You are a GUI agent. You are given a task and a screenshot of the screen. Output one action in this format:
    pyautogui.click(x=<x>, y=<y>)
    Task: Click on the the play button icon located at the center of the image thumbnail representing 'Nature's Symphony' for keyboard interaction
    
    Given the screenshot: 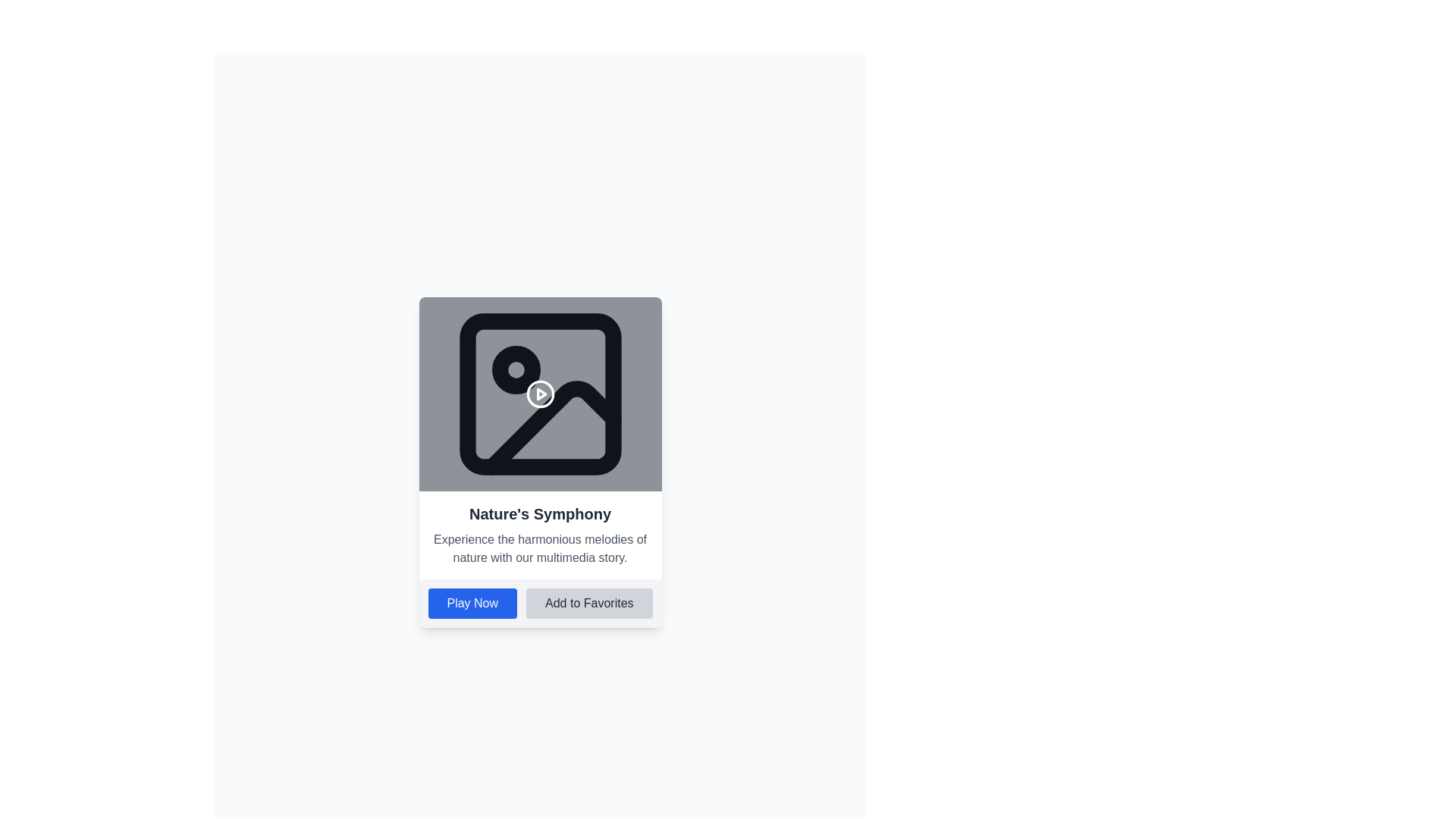 What is the action you would take?
    pyautogui.click(x=540, y=394)
    